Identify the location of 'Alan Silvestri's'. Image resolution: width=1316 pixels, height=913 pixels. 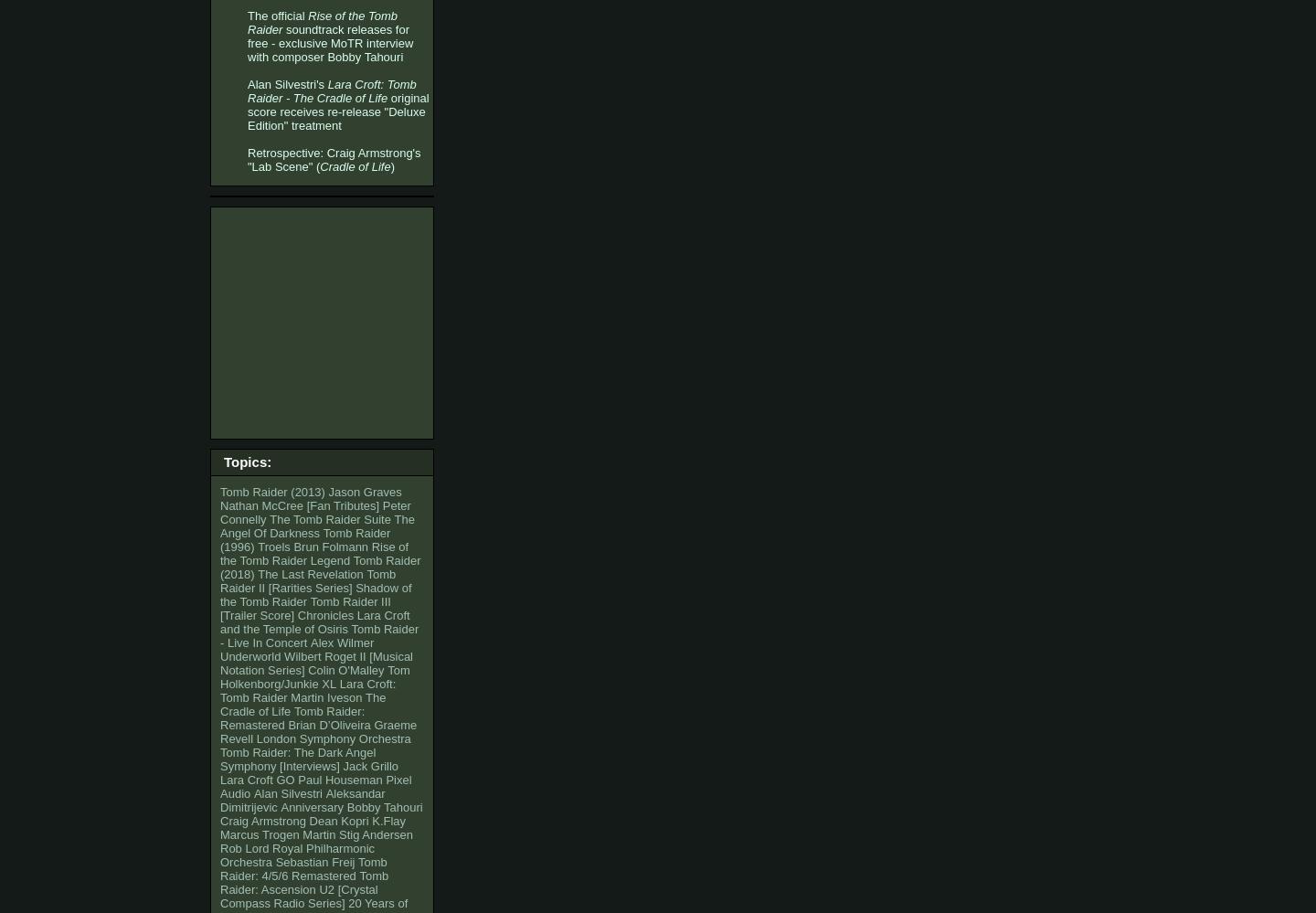
(247, 83).